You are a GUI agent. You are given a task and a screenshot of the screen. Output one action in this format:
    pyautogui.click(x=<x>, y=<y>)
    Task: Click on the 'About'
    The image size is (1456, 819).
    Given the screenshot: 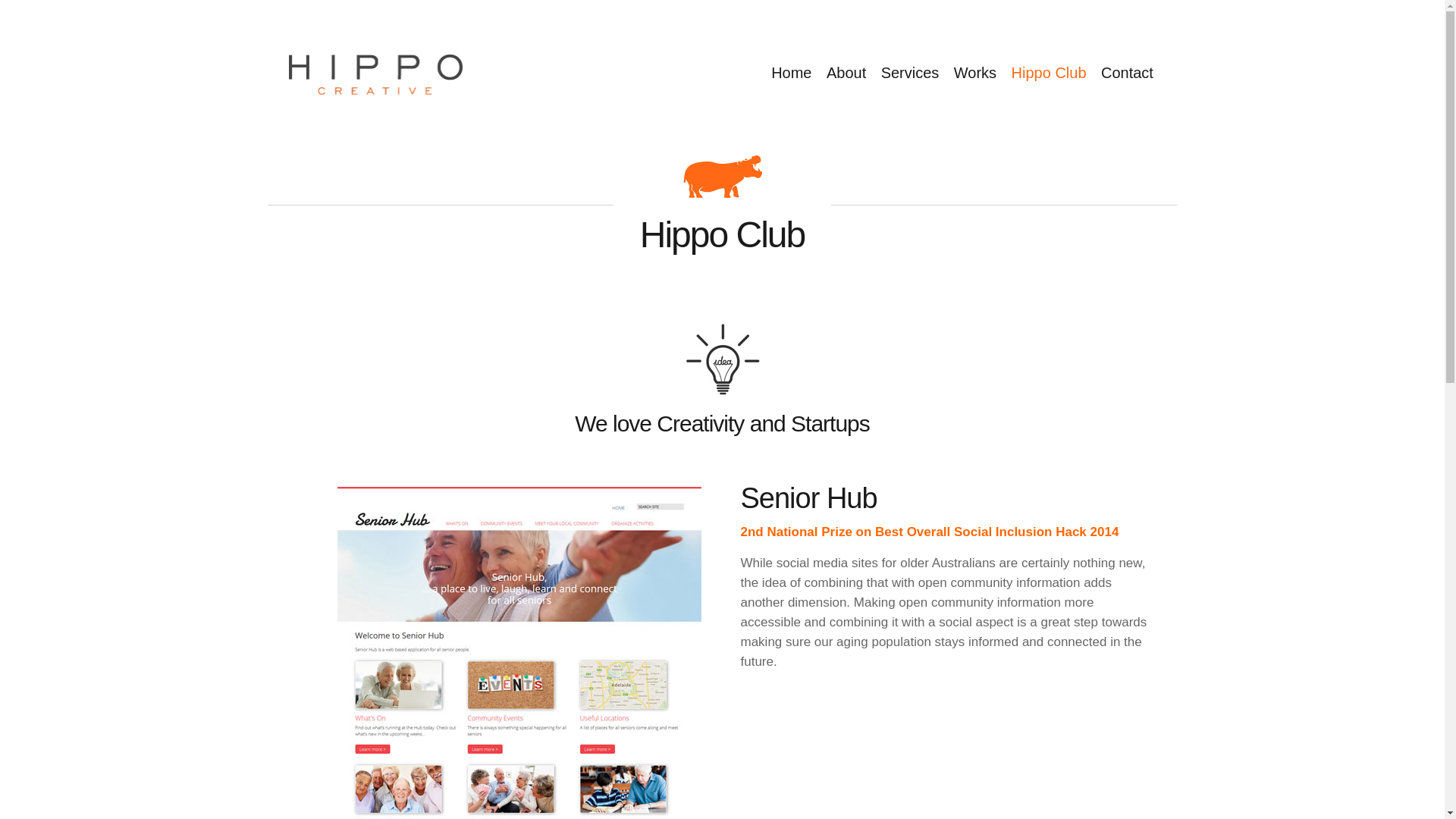 What is the action you would take?
    pyautogui.click(x=846, y=73)
    